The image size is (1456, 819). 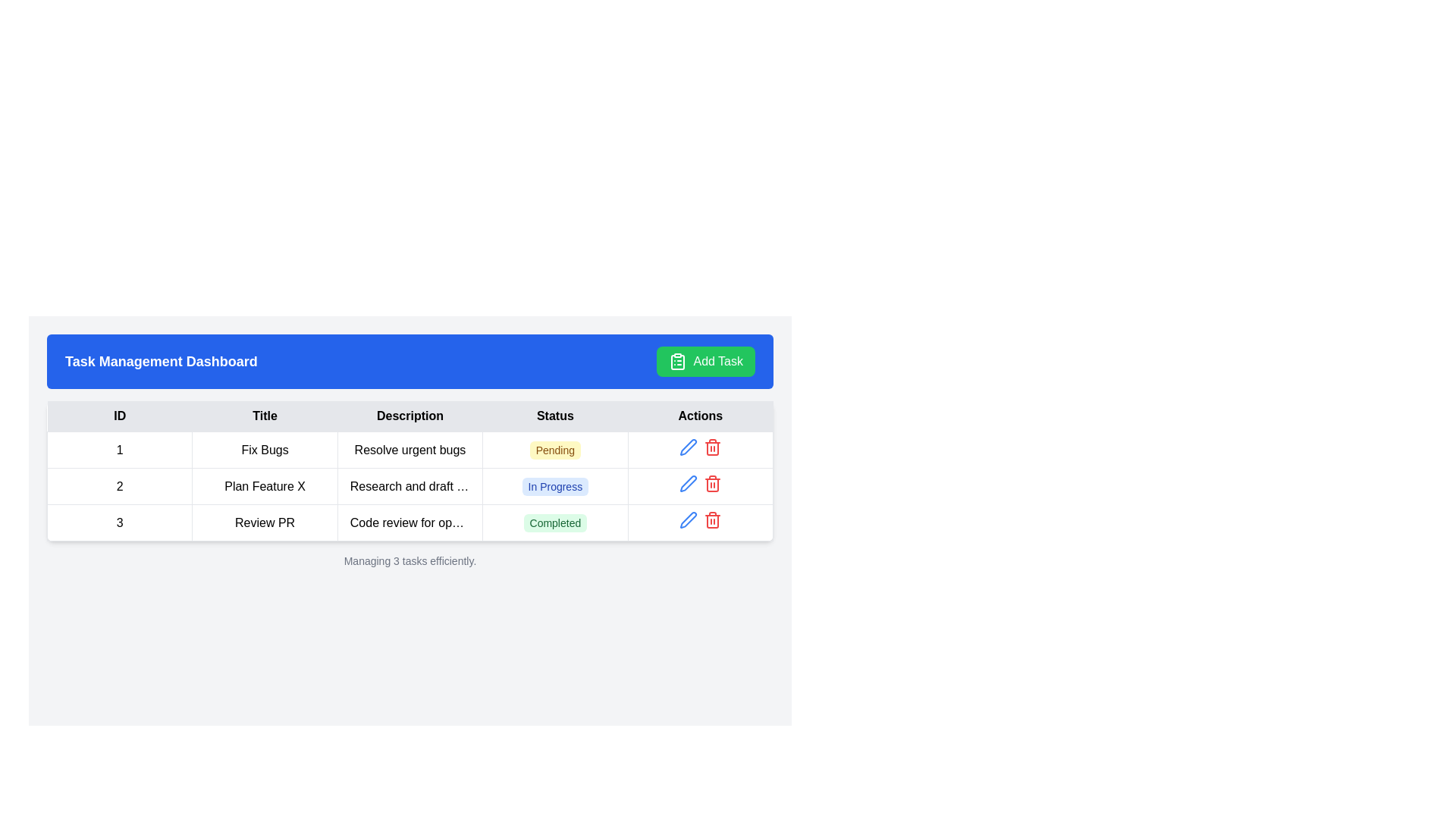 What do you see at coordinates (410, 449) in the screenshot?
I see `the first row of the table that displays details about a specific task, located above the rows for 'Plan Feature X' and 'Review PR'` at bounding box center [410, 449].